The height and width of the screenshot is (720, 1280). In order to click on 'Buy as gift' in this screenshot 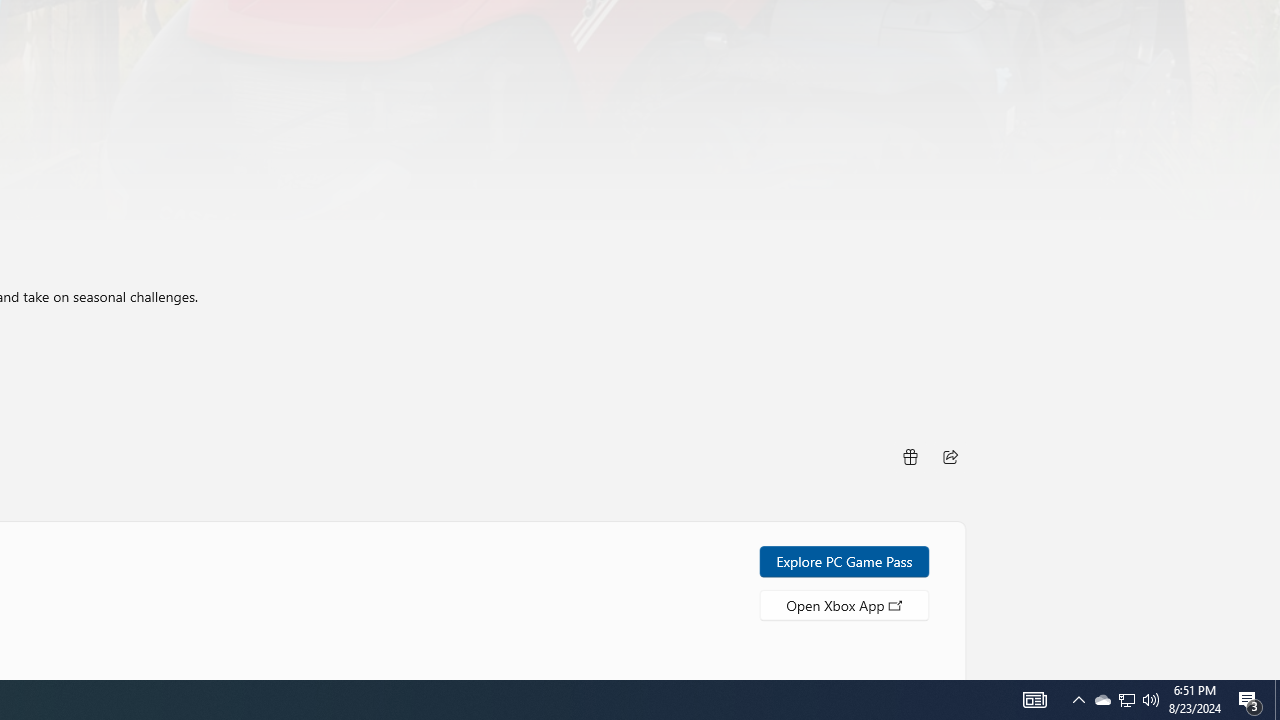, I will do `click(908, 456)`.